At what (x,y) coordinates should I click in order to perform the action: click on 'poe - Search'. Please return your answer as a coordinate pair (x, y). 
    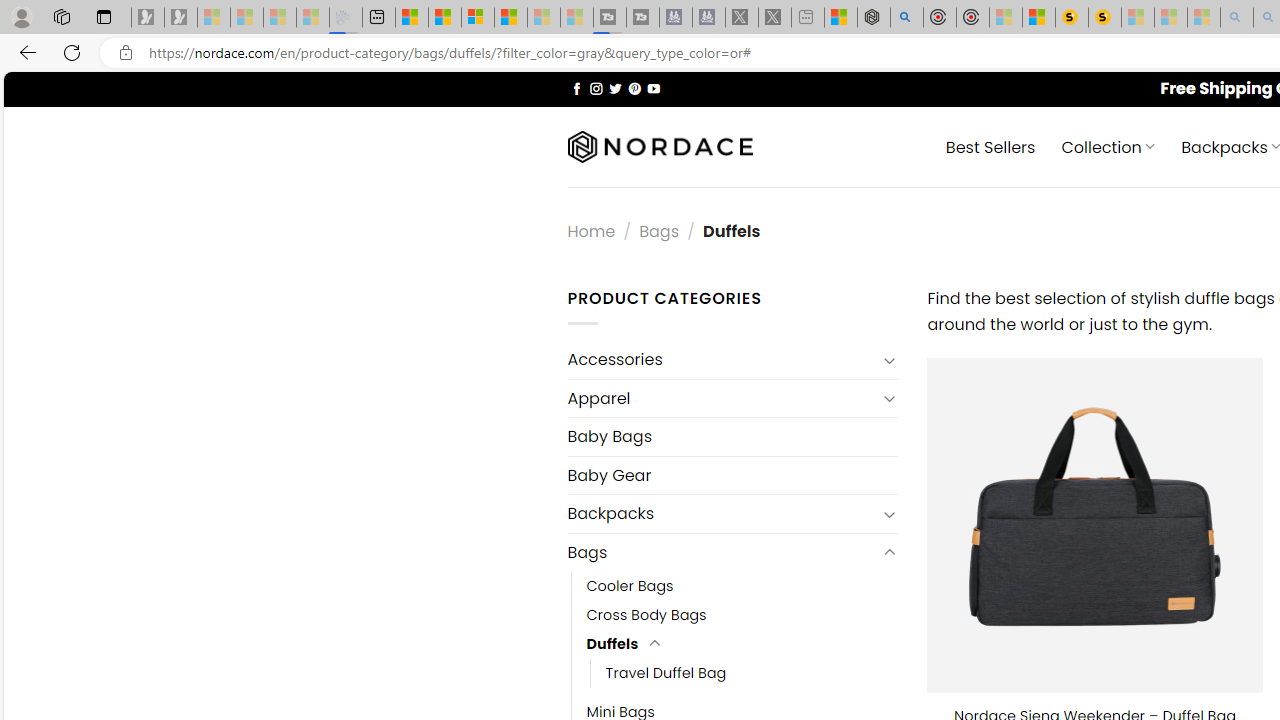
    Looking at the image, I should click on (905, 17).